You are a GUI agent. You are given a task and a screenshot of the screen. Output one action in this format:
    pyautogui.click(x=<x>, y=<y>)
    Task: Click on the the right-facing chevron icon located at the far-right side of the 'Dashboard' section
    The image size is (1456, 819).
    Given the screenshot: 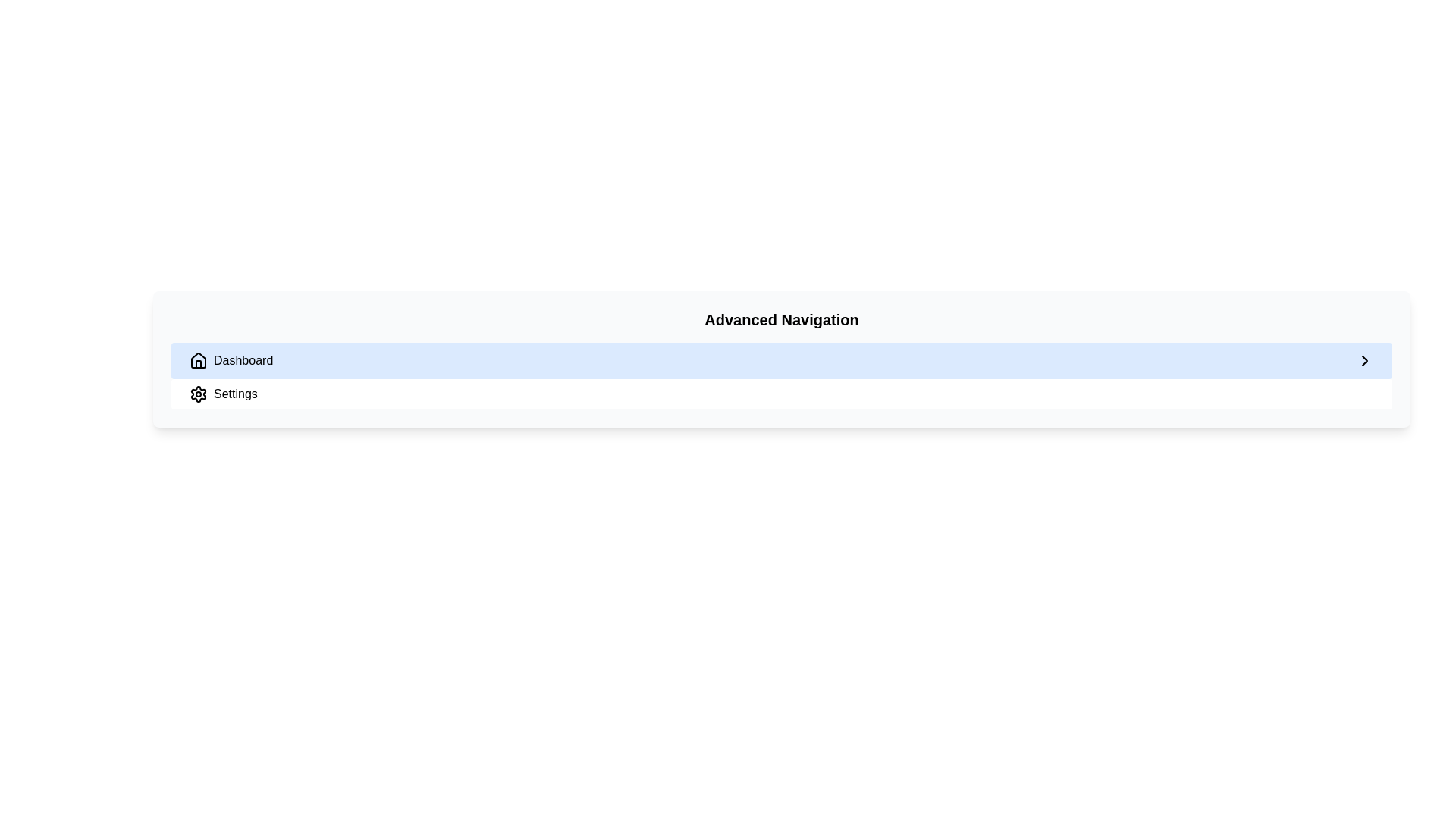 What is the action you would take?
    pyautogui.click(x=1365, y=360)
    